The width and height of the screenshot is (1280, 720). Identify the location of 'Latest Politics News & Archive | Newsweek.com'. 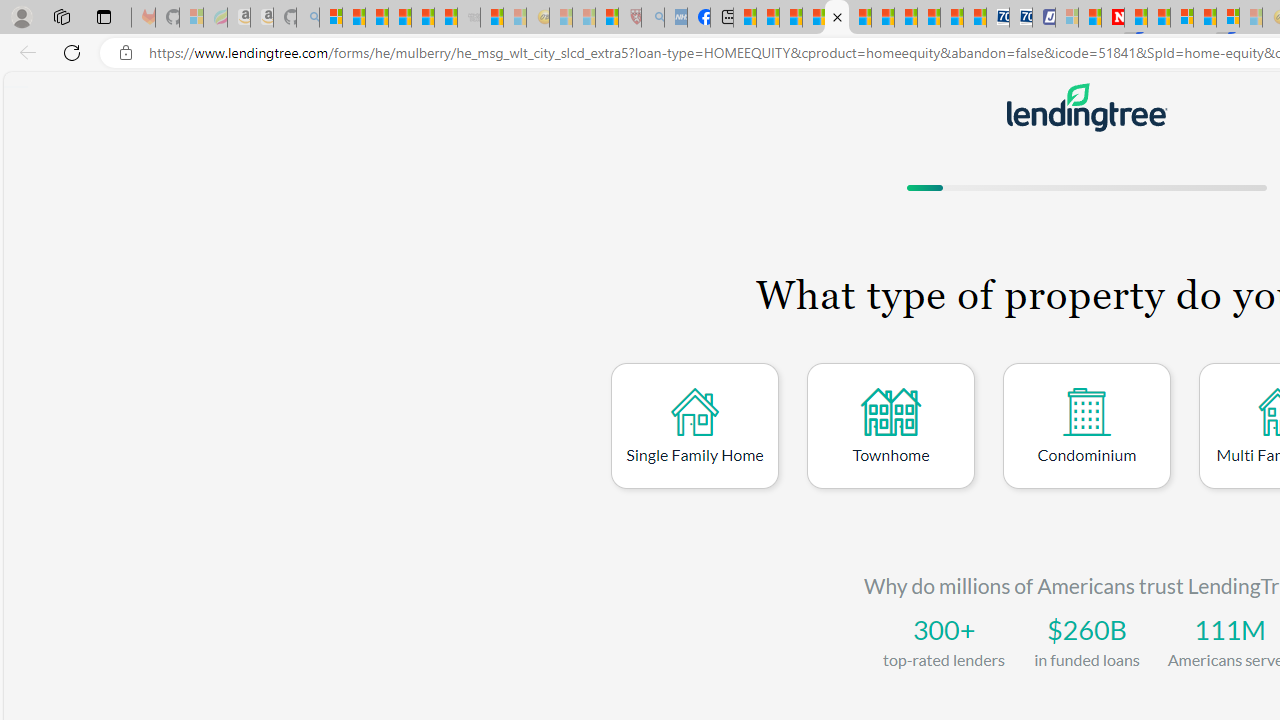
(1111, 17).